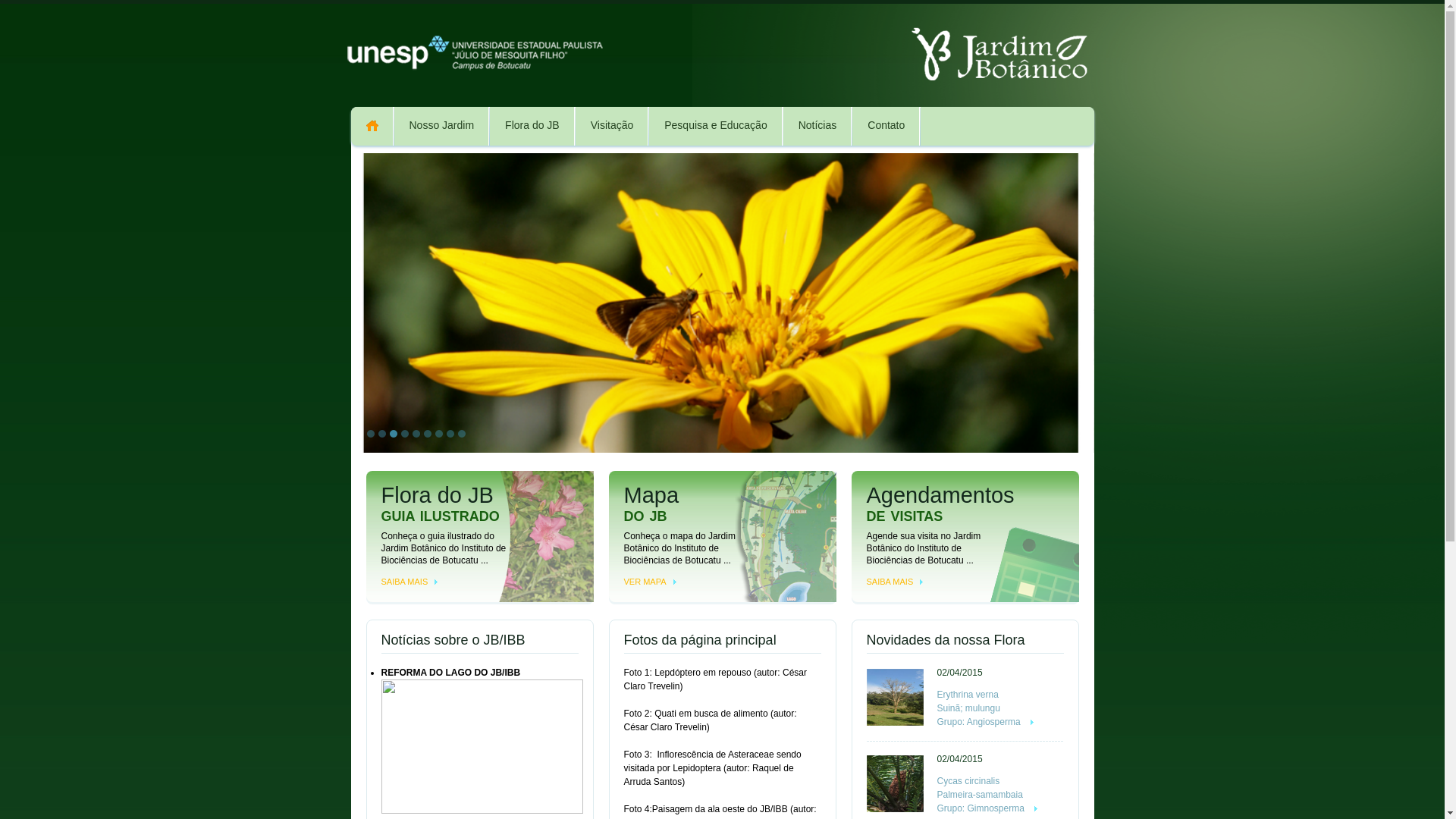 This screenshot has width=1456, height=819. What do you see at coordinates (894, 581) in the screenshot?
I see `'SAIBA MAIS'` at bounding box center [894, 581].